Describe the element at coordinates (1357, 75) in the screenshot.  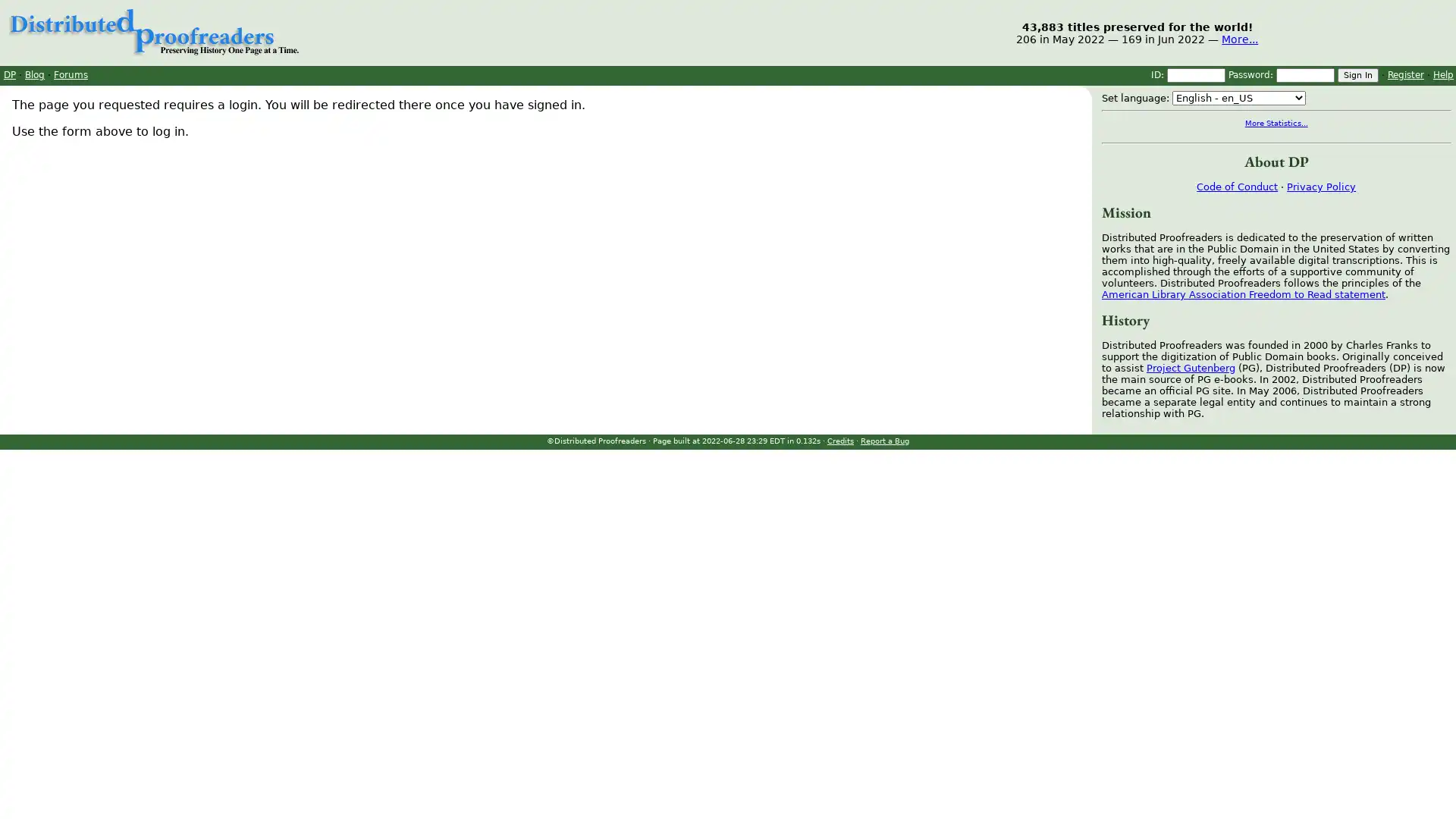
I see `Sign In` at that location.